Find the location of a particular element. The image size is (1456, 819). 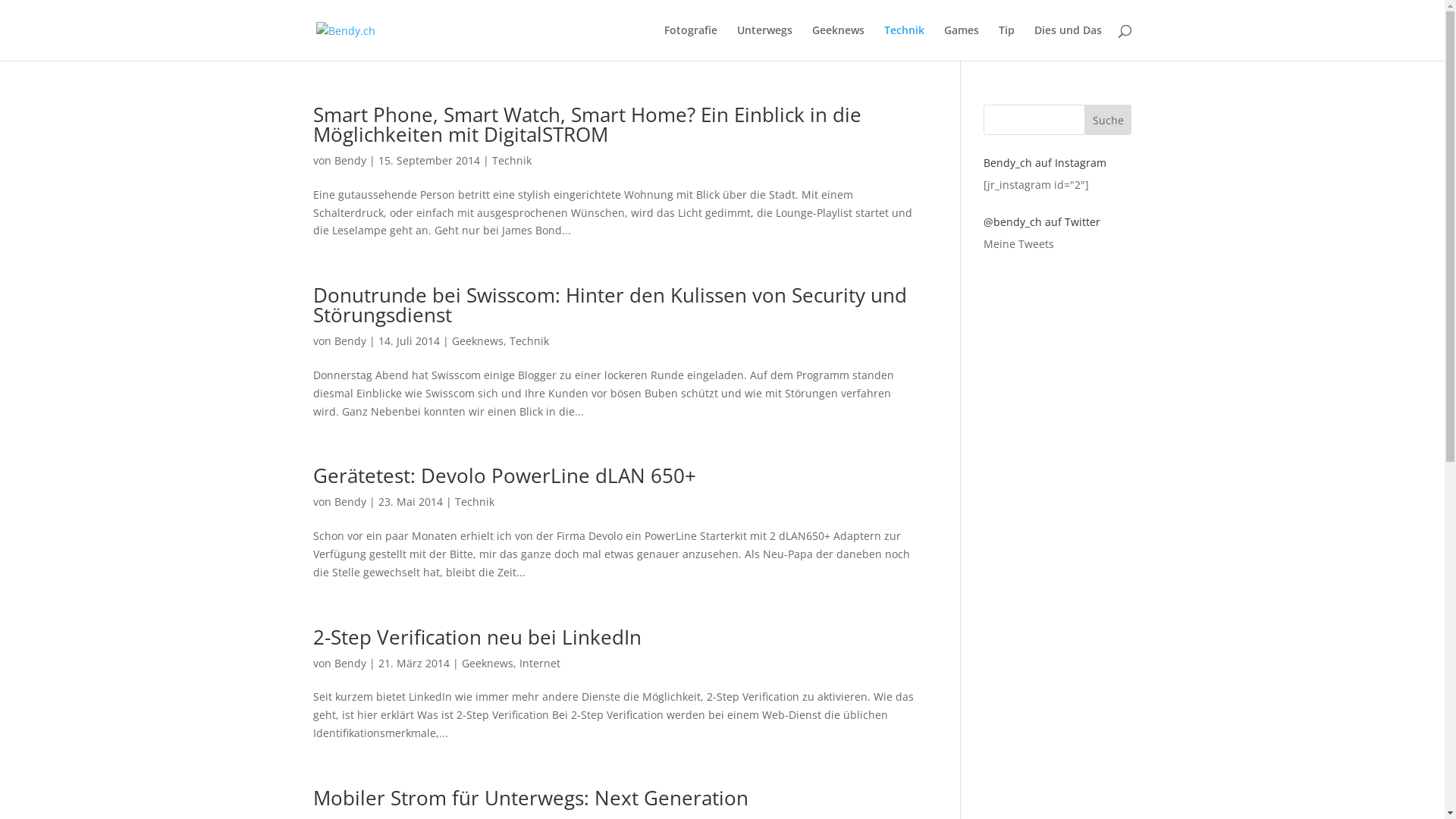

'Bendy' is located at coordinates (348, 501).